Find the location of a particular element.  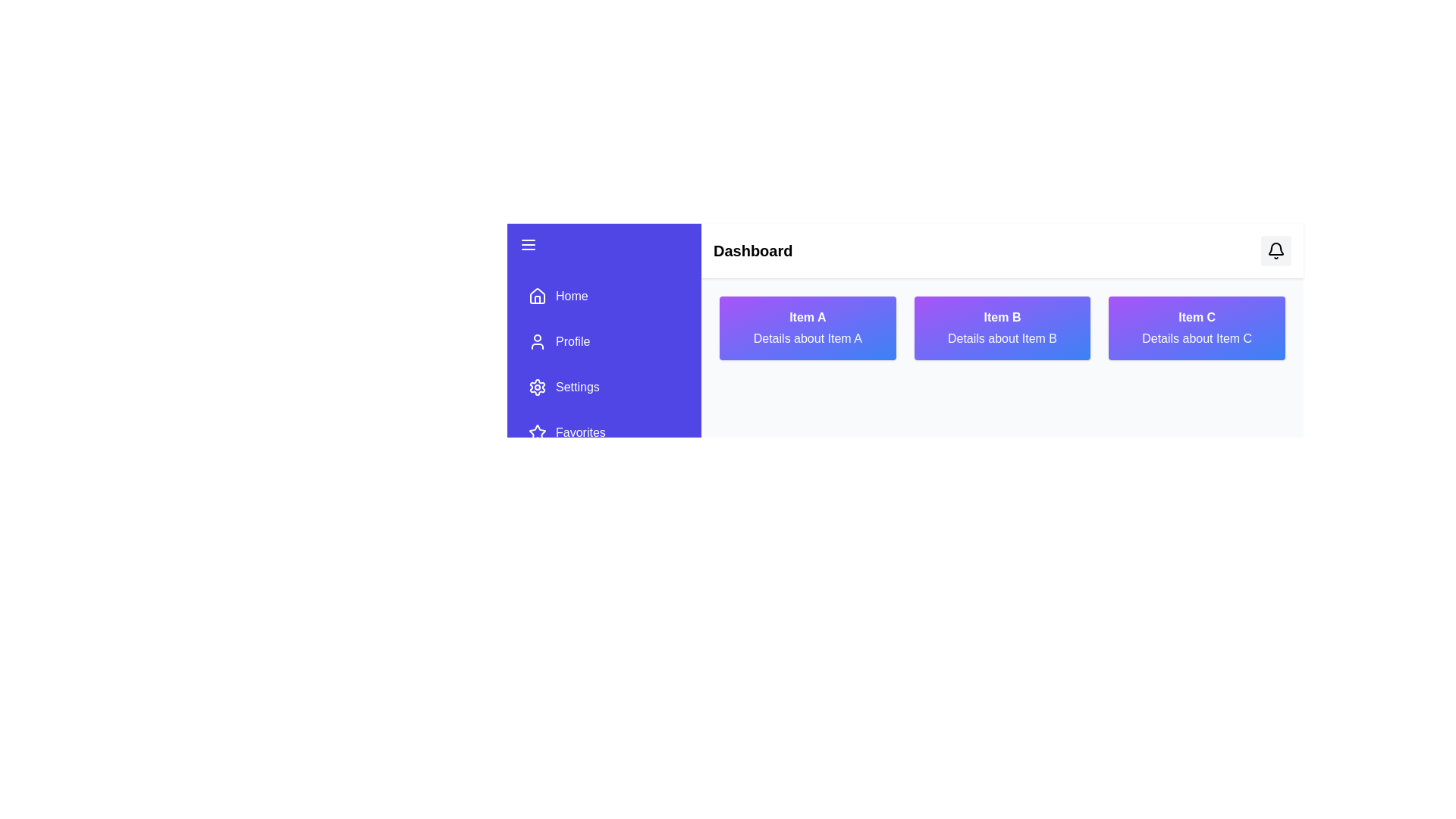

the rectangular button with a gradient background labeled 'Item A' that contains details about the item, located at the specified coordinates is located at coordinates (807, 327).